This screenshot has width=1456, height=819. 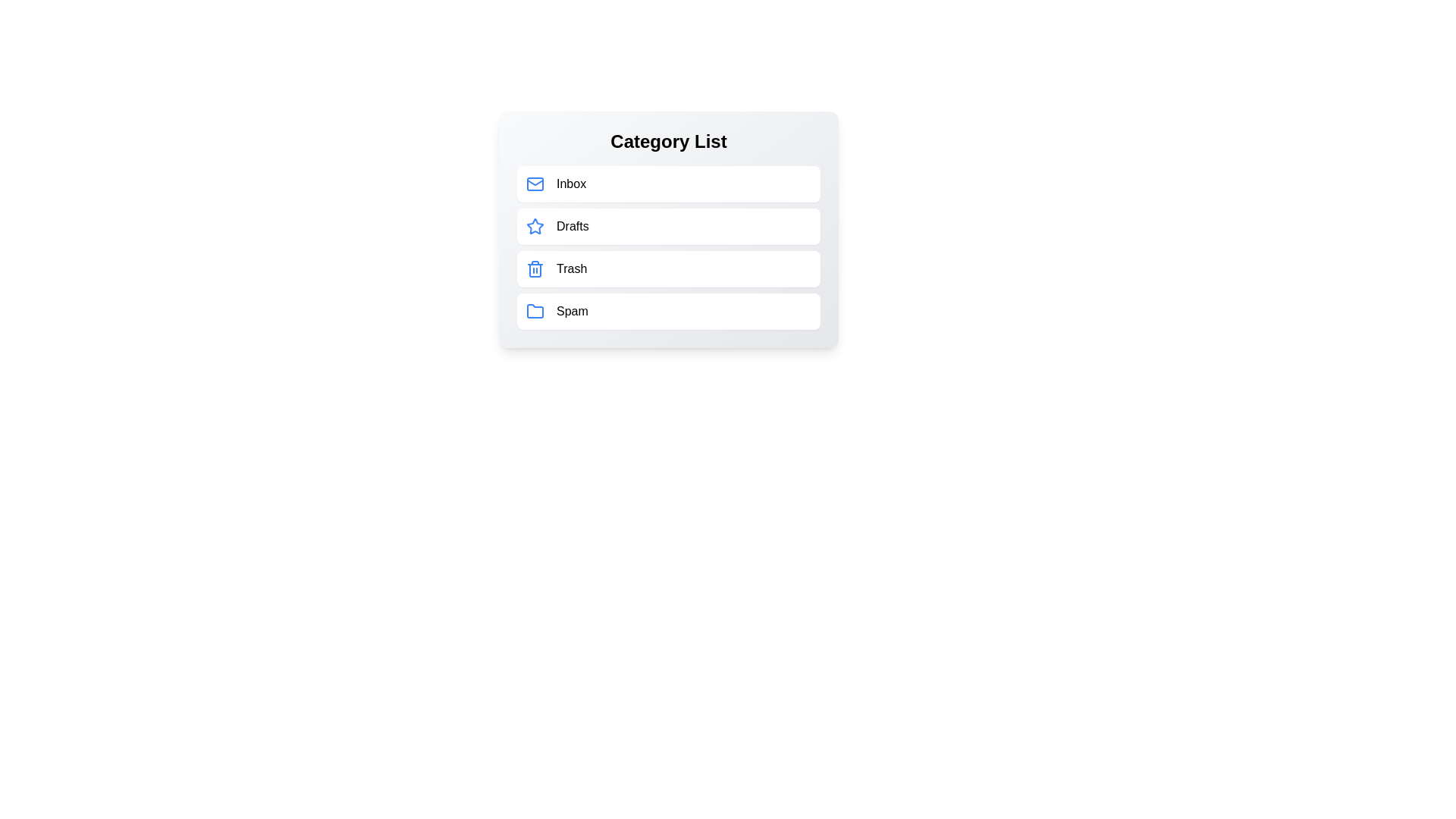 I want to click on the category Inbox from the list, so click(x=668, y=184).